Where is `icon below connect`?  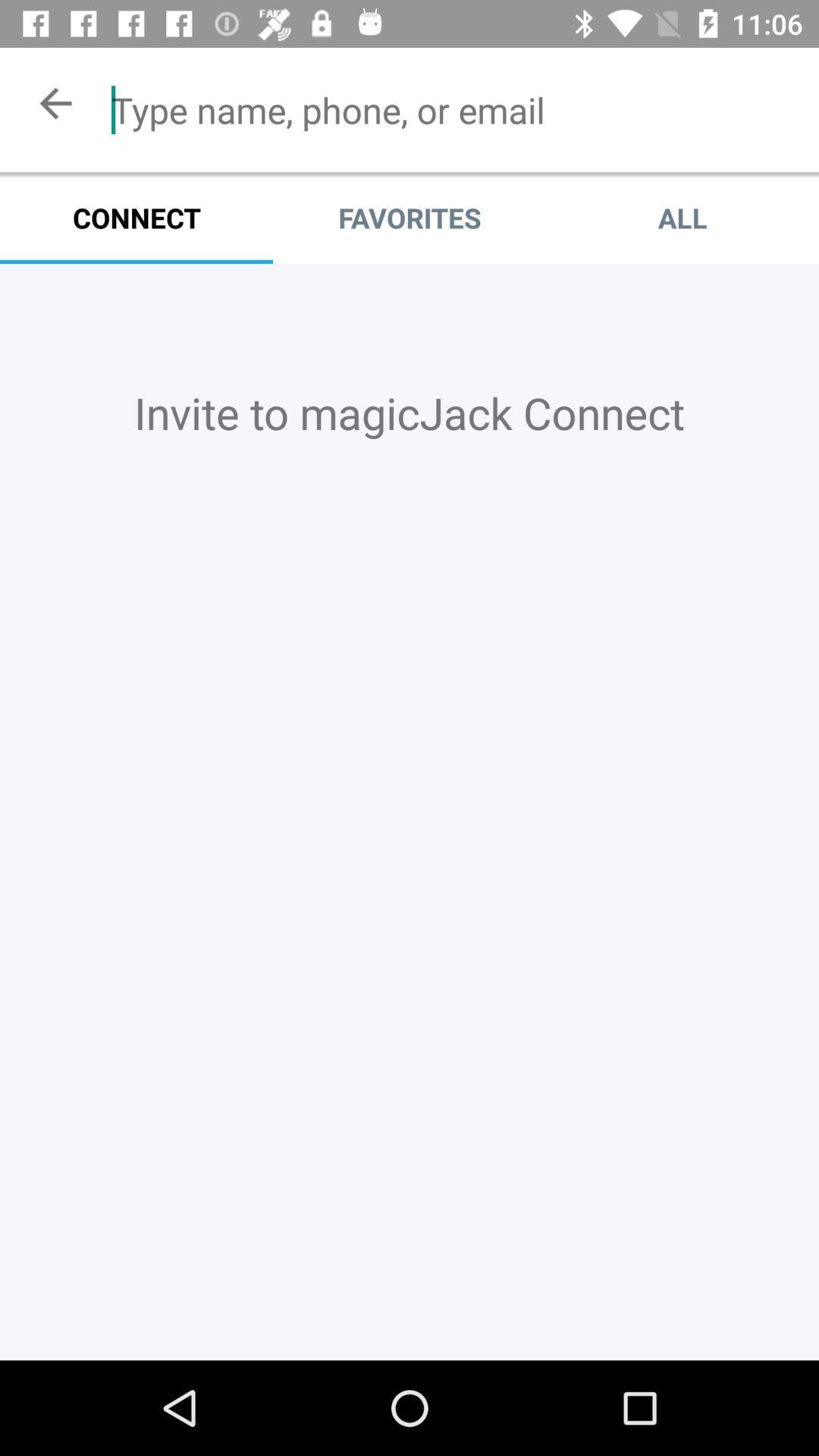 icon below connect is located at coordinates (409, 413).